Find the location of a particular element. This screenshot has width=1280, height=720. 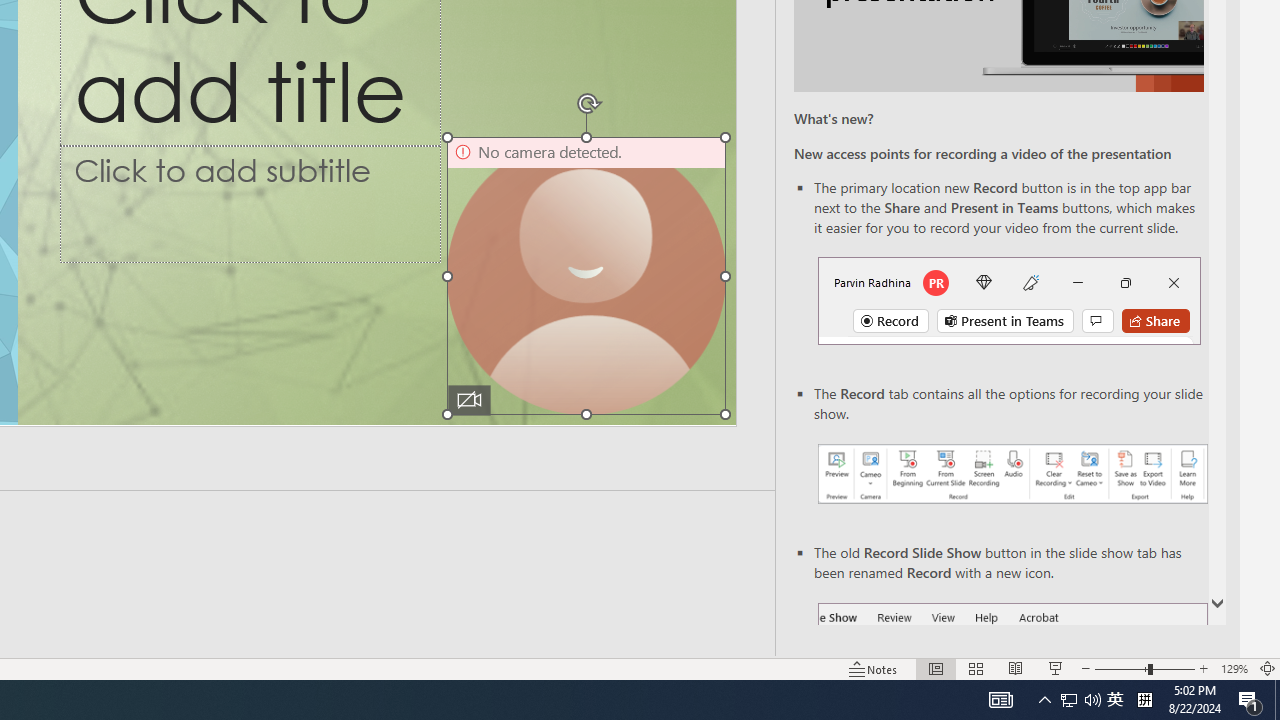

'Subtitle TextBox' is located at coordinates (249, 203).